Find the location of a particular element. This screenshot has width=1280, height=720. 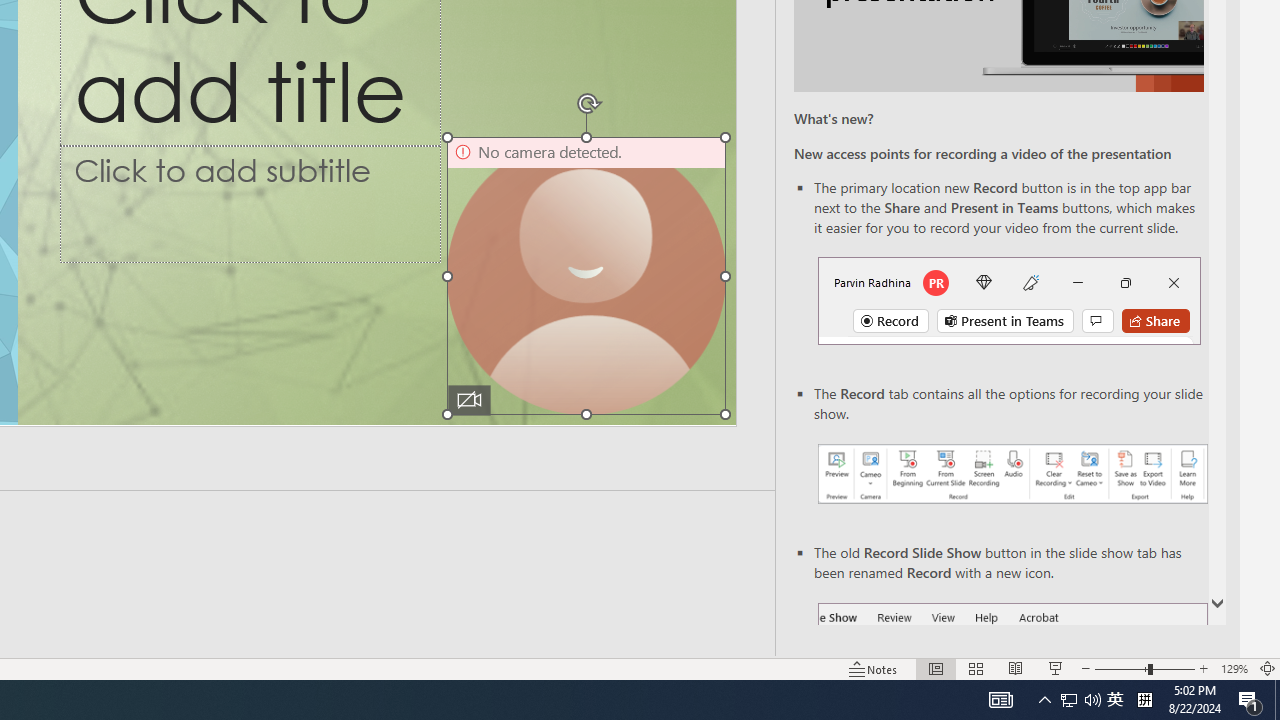

'Subtitle TextBox' is located at coordinates (249, 203).